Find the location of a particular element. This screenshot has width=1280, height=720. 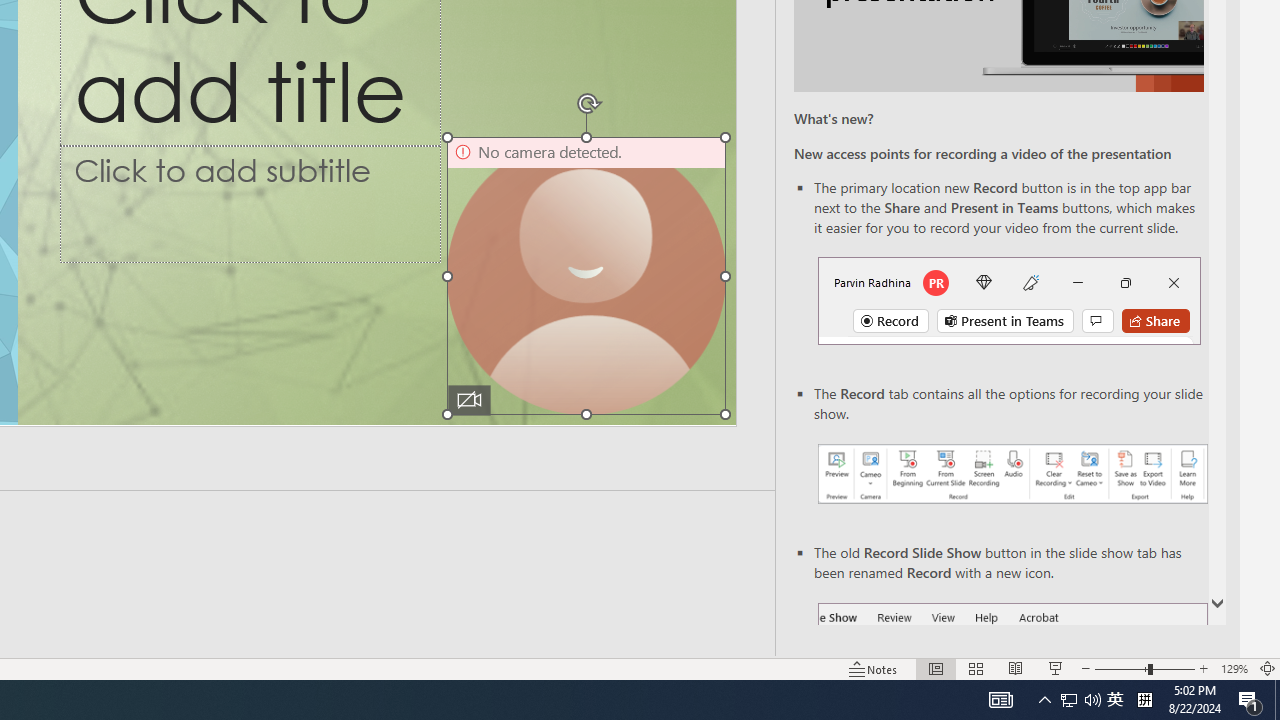

'Subtitle TextBox' is located at coordinates (249, 203).